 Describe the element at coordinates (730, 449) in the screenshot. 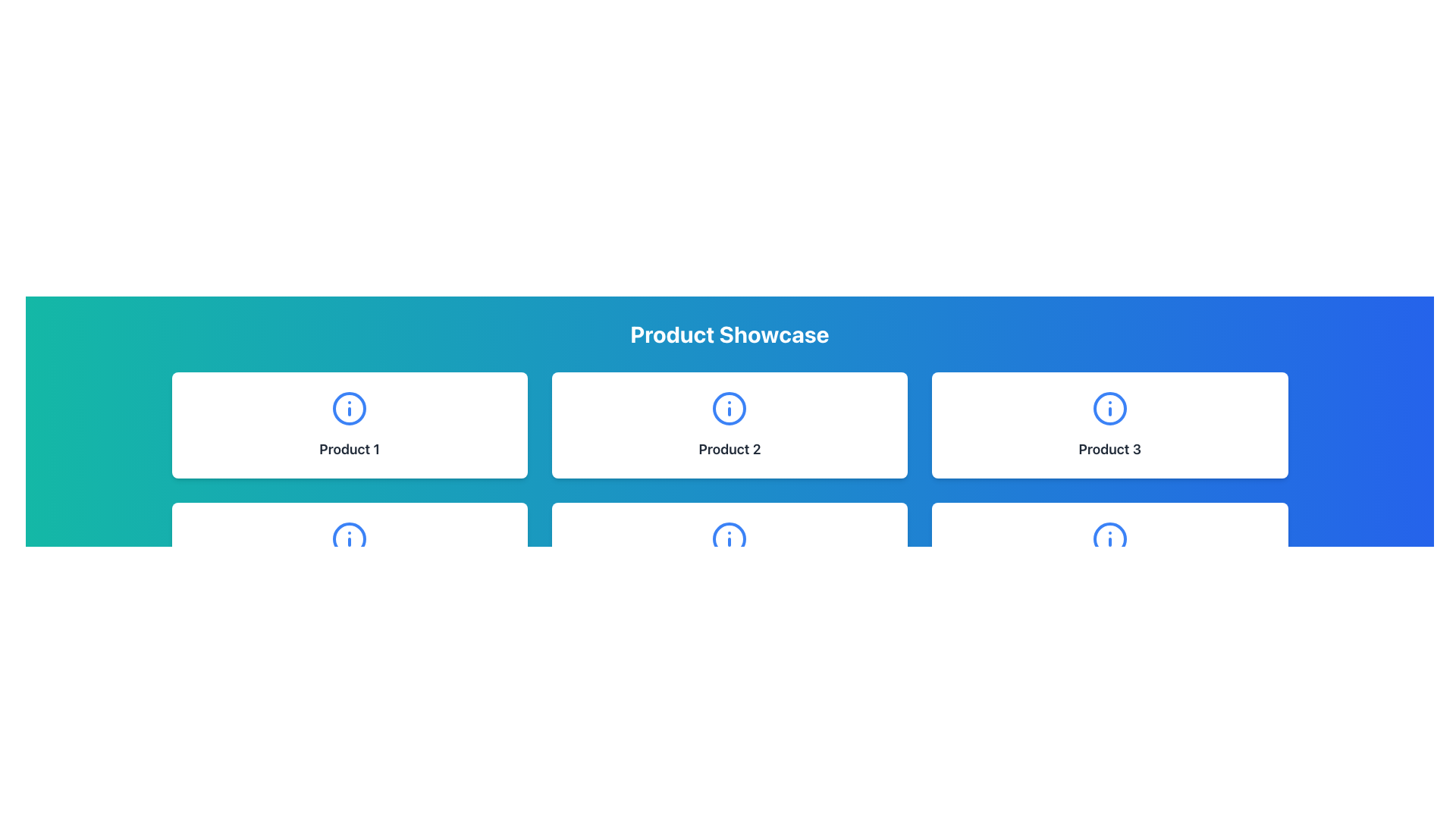

I see `text content of the product name label located below the circular blue icon in the center card of the Product Showcase section` at that location.